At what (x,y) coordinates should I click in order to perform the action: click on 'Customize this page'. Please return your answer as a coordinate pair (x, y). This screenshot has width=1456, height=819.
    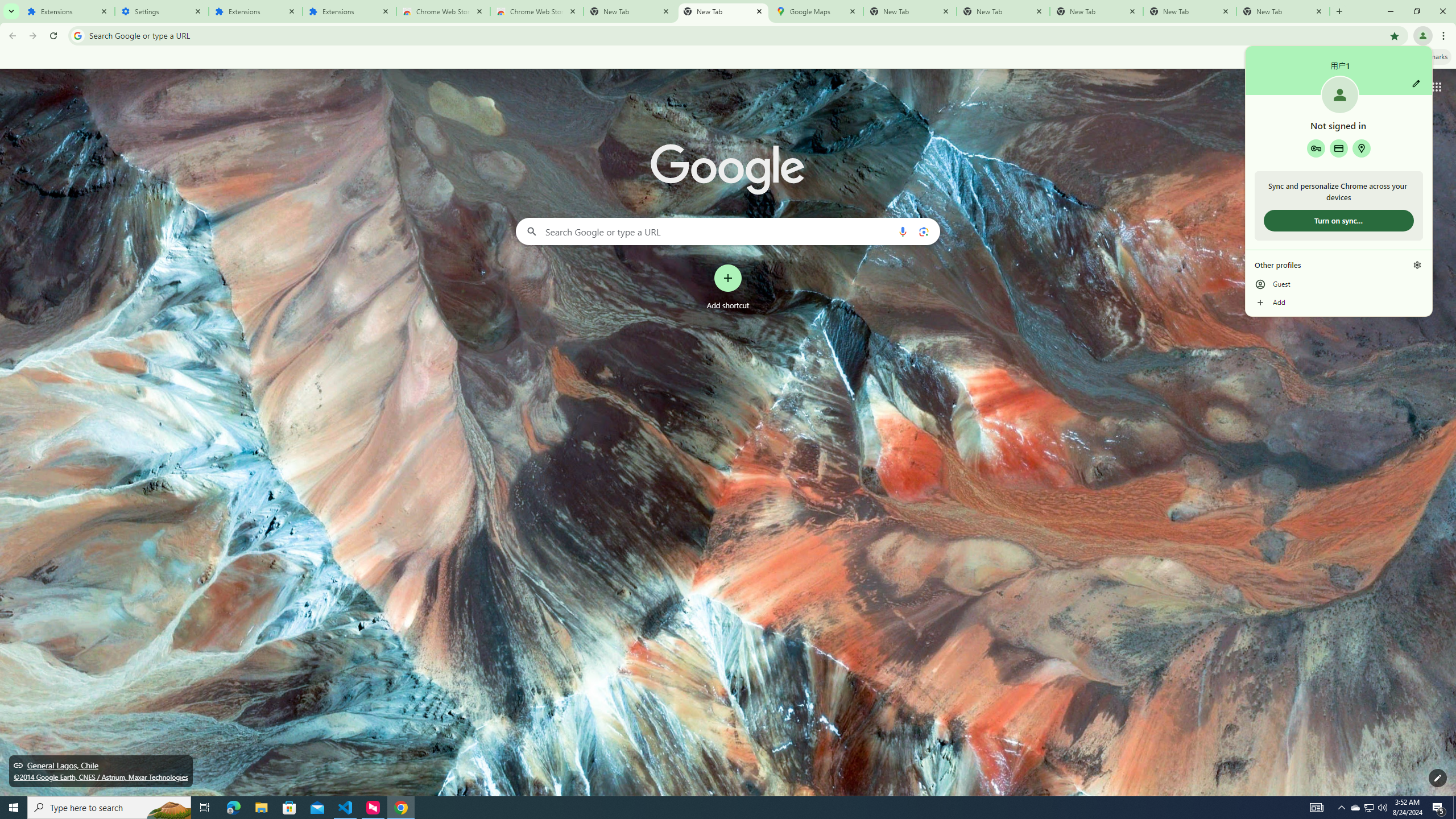
    Looking at the image, I should click on (1437, 777).